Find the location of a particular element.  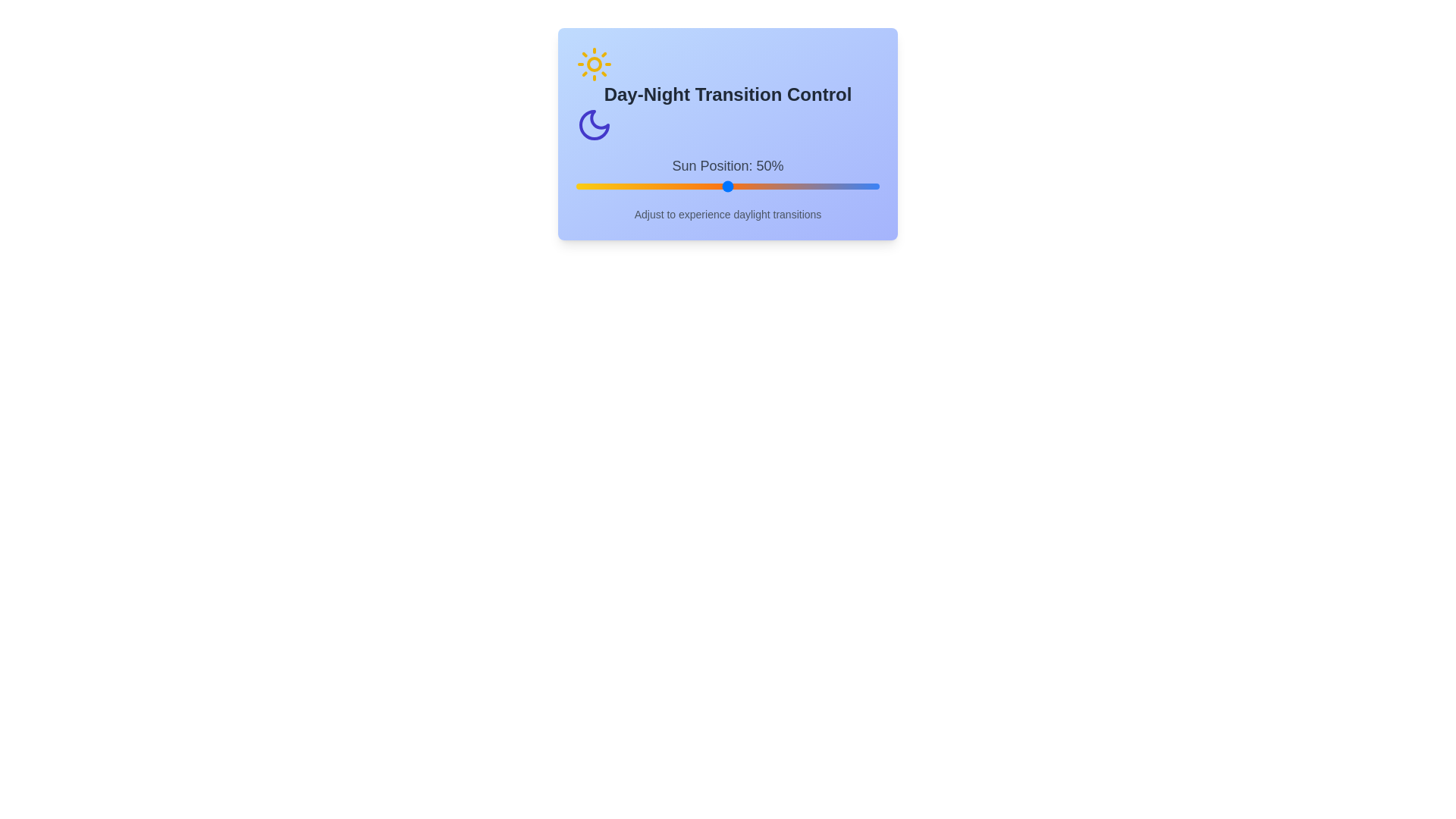

the sun position slider to 13% is located at coordinates (615, 186).